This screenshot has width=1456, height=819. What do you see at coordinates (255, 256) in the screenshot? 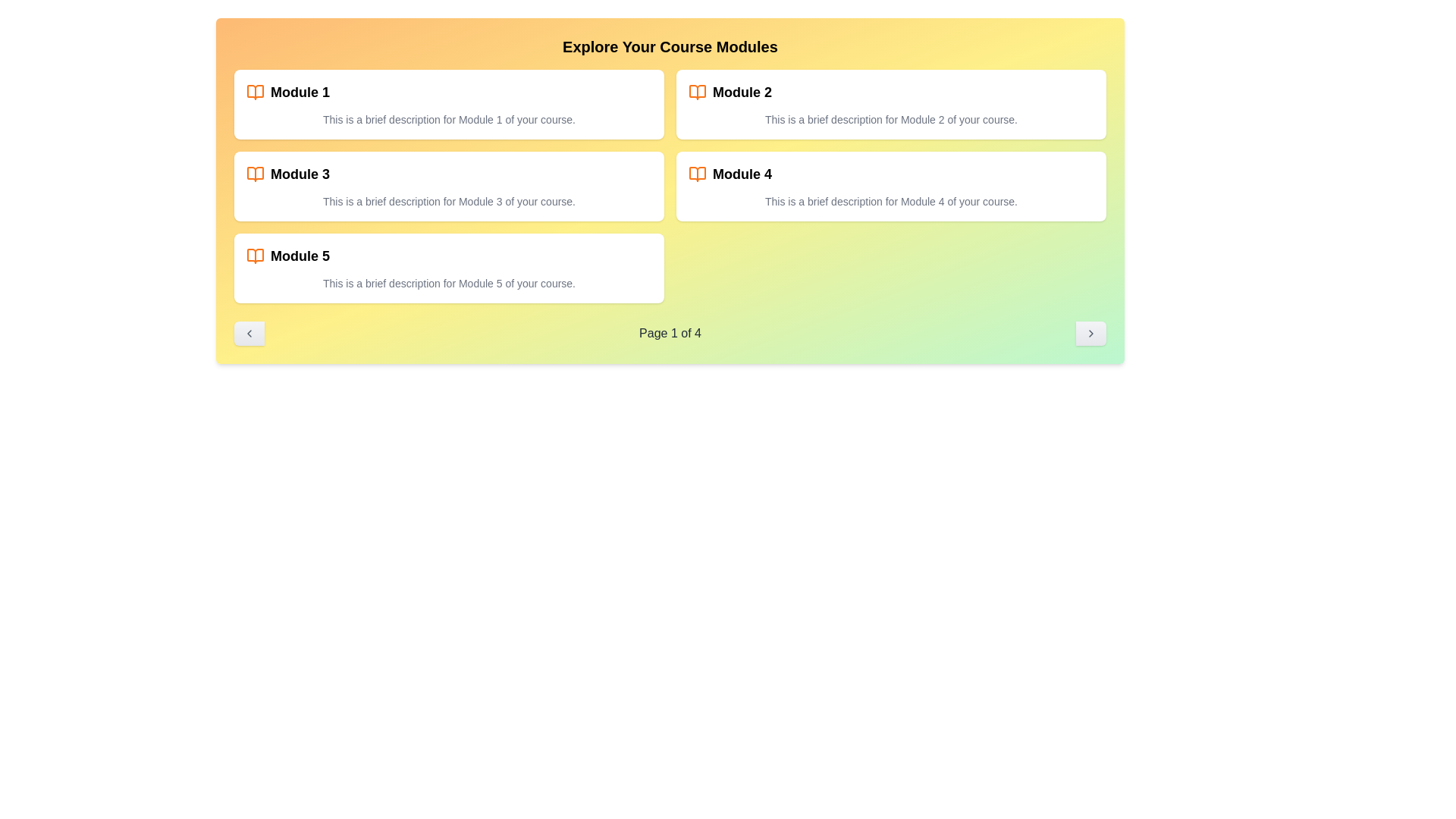
I see `the open book icon styled in orange, located to the left of the text 'Module 5' in the bottom-left section of the layout` at bounding box center [255, 256].